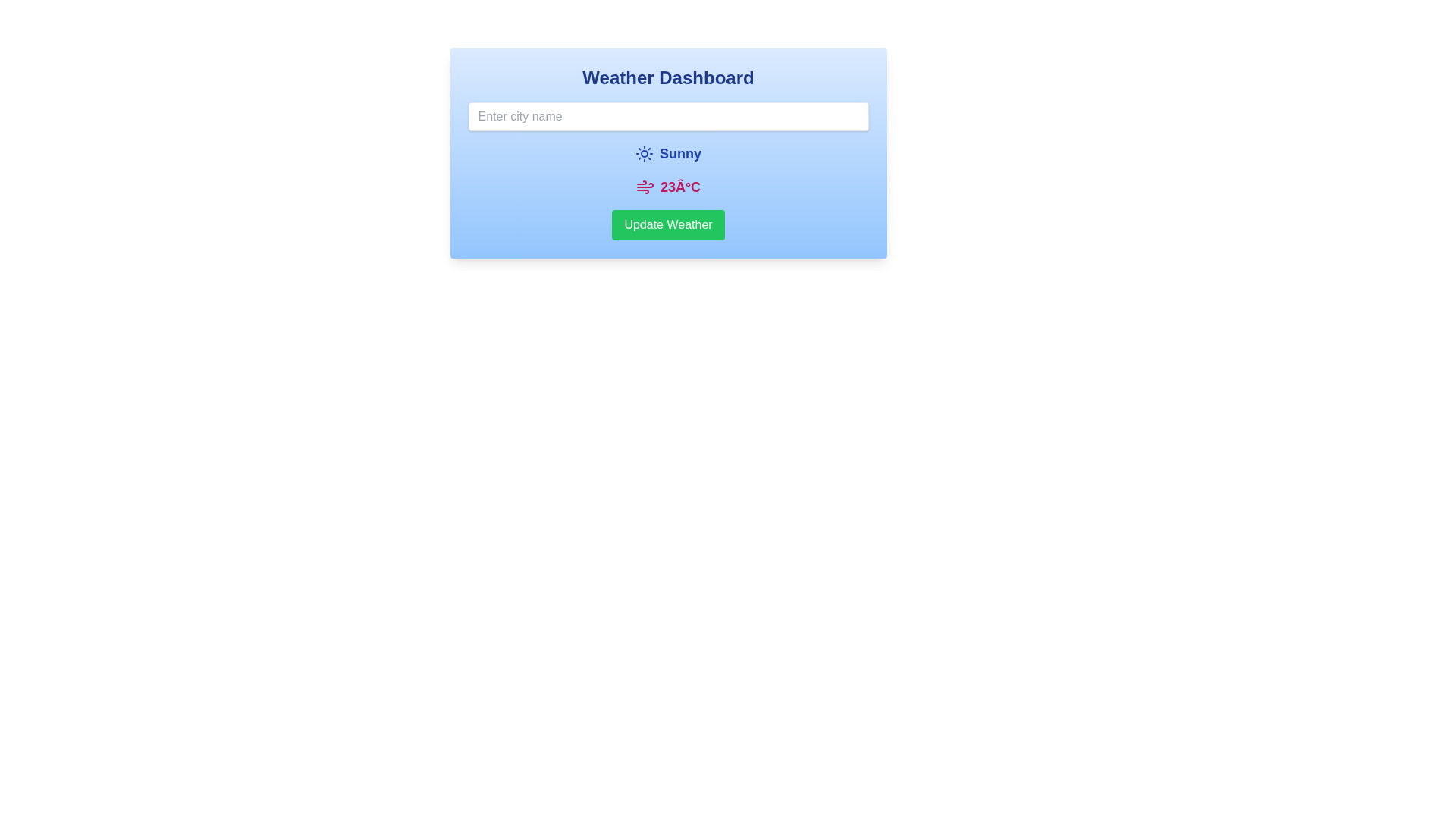 The width and height of the screenshot is (1456, 819). What do you see at coordinates (667, 186) in the screenshot?
I see `the static text displaying the current temperature and wind indicator in the Weather Dashboard interface, located beneath the 'Sunny' field and above the 'Update Weather' button` at bounding box center [667, 186].